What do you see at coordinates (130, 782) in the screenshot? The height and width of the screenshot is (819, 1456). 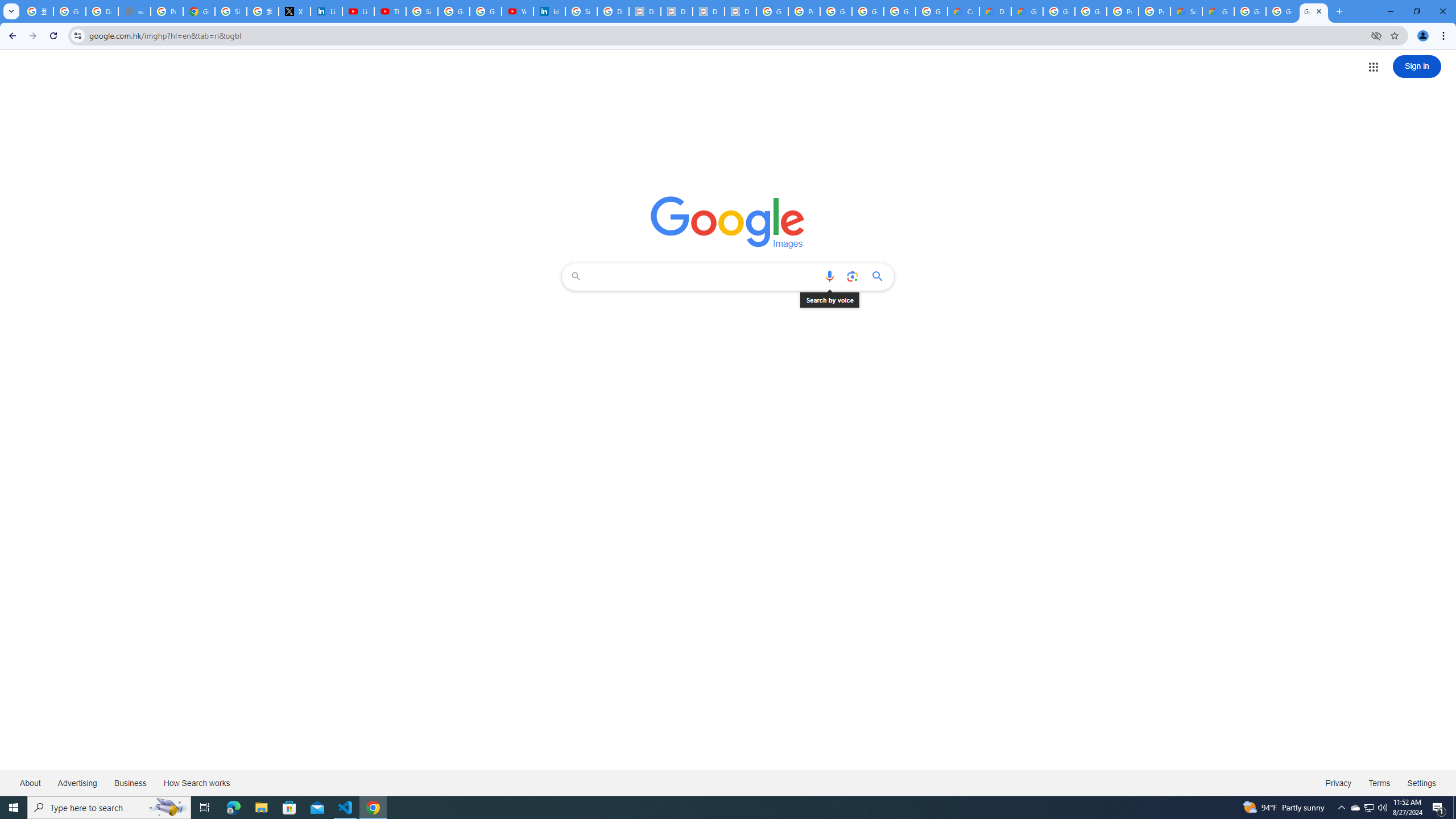 I see `'Business'` at bounding box center [130, 782].